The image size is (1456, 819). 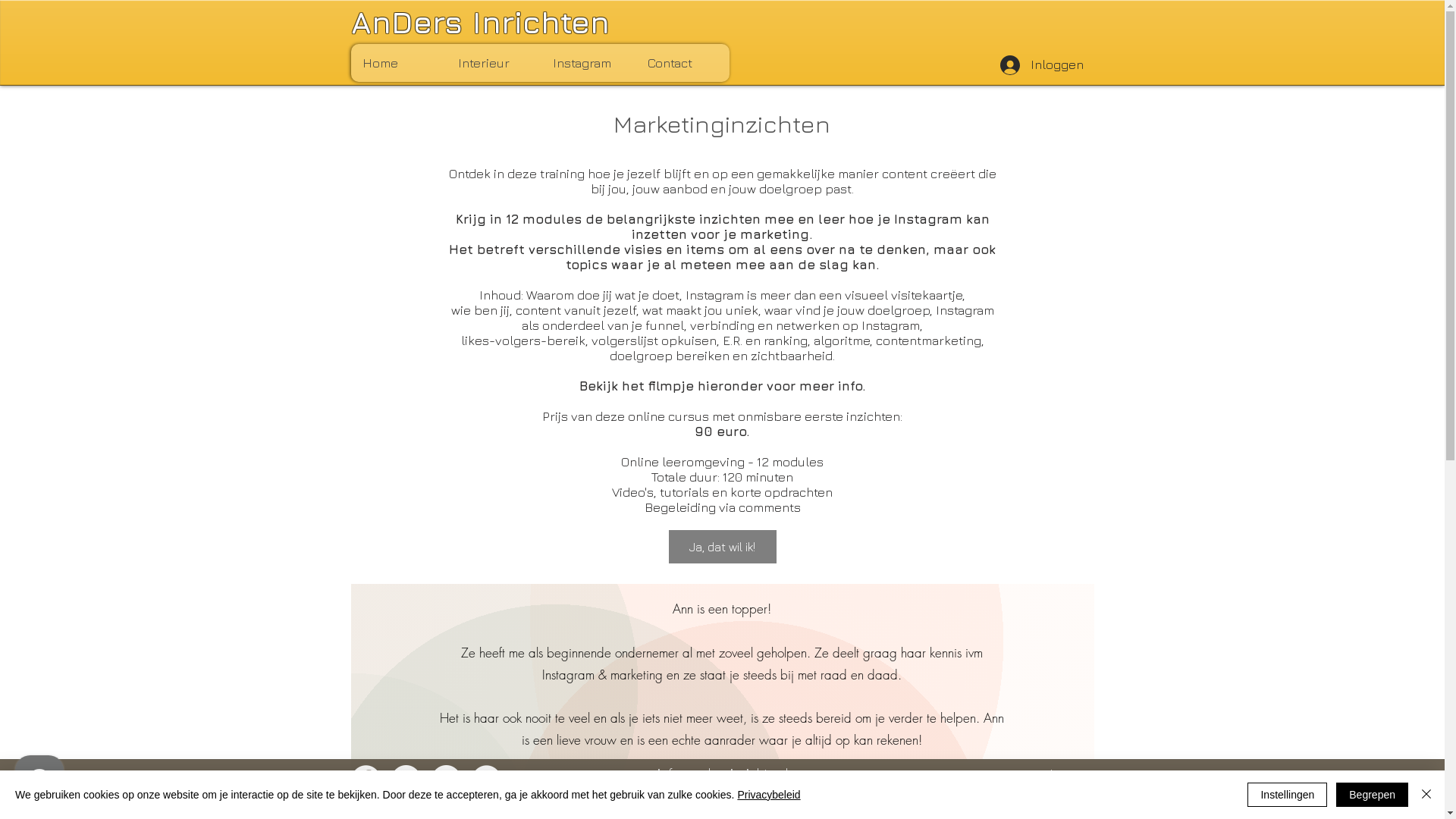 What do you see at coordinates (1040, 64) in the screenshot?
I see `'Inloggen'` at bounding box center [1040, 64].